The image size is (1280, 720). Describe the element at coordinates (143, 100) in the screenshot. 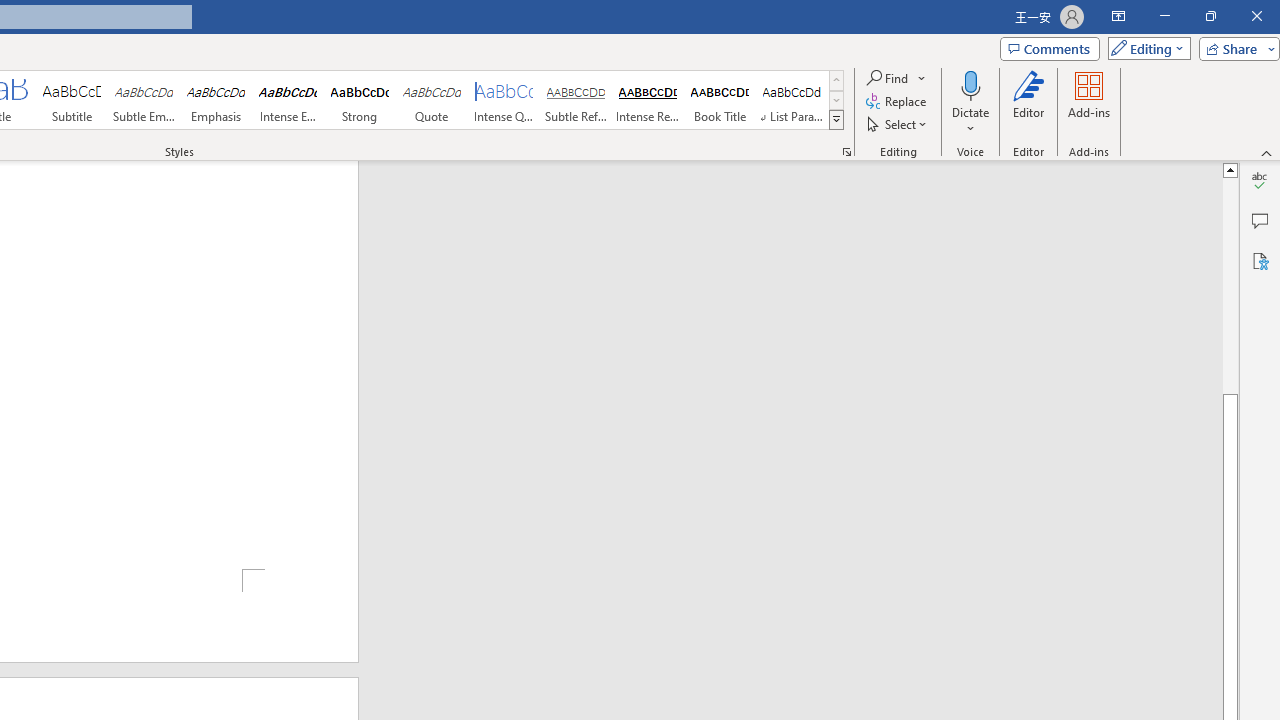

I see `'Subtle Emphasis'` at that location.